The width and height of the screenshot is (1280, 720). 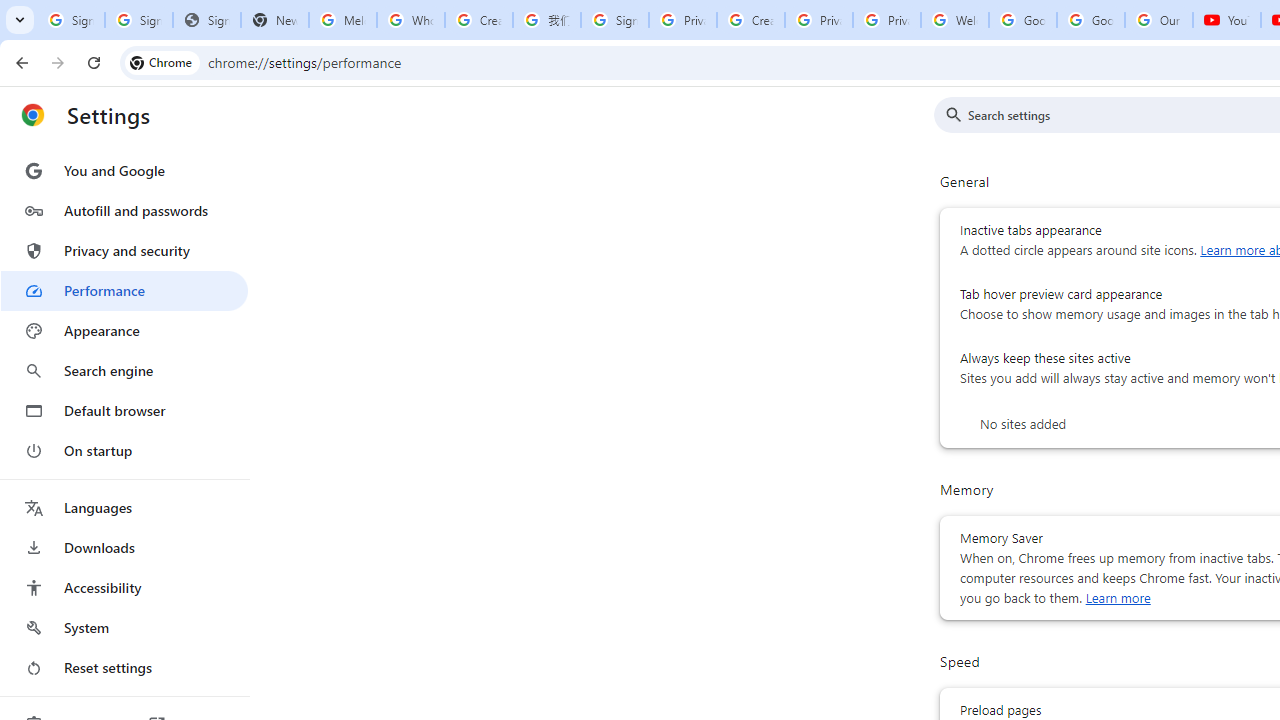 What do you see at coordinates (614, 20) in the screenshot?
I see `'Sign in - Google Accounts'` at bounding box center [614, 20].